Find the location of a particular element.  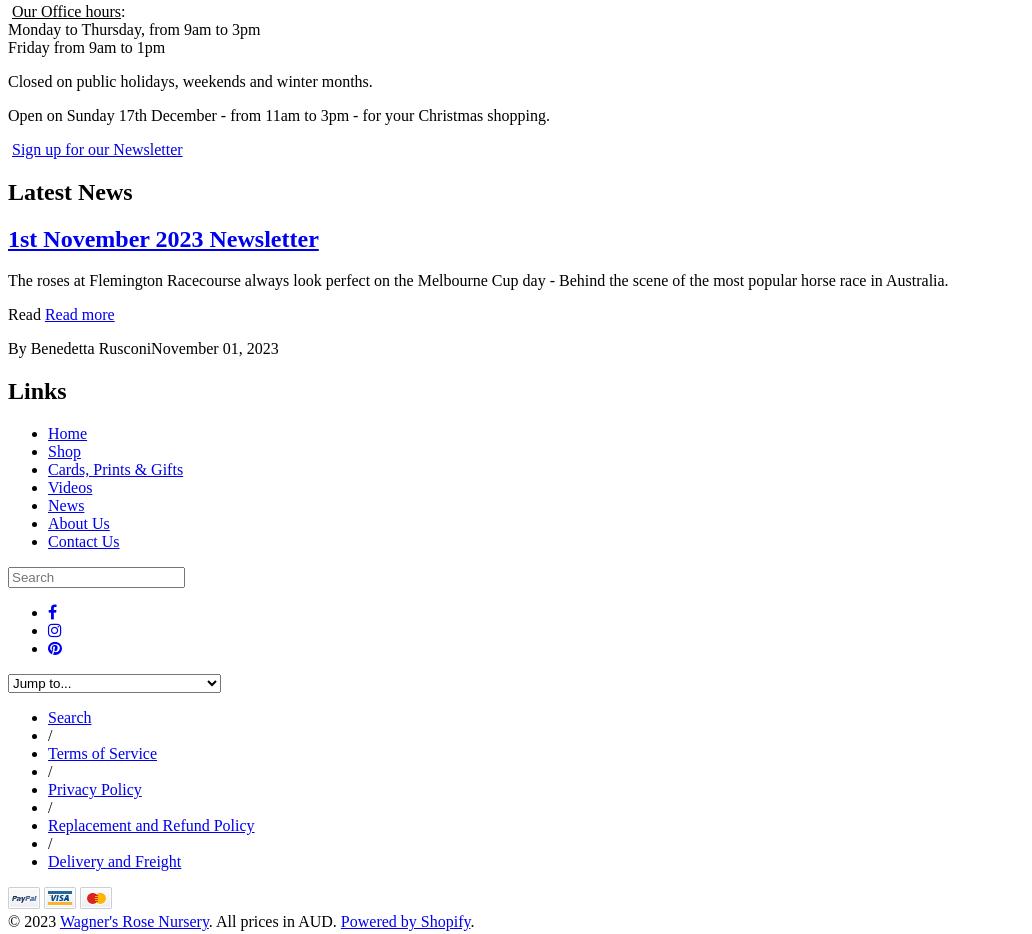

':' is located at coordinates (123, 9).